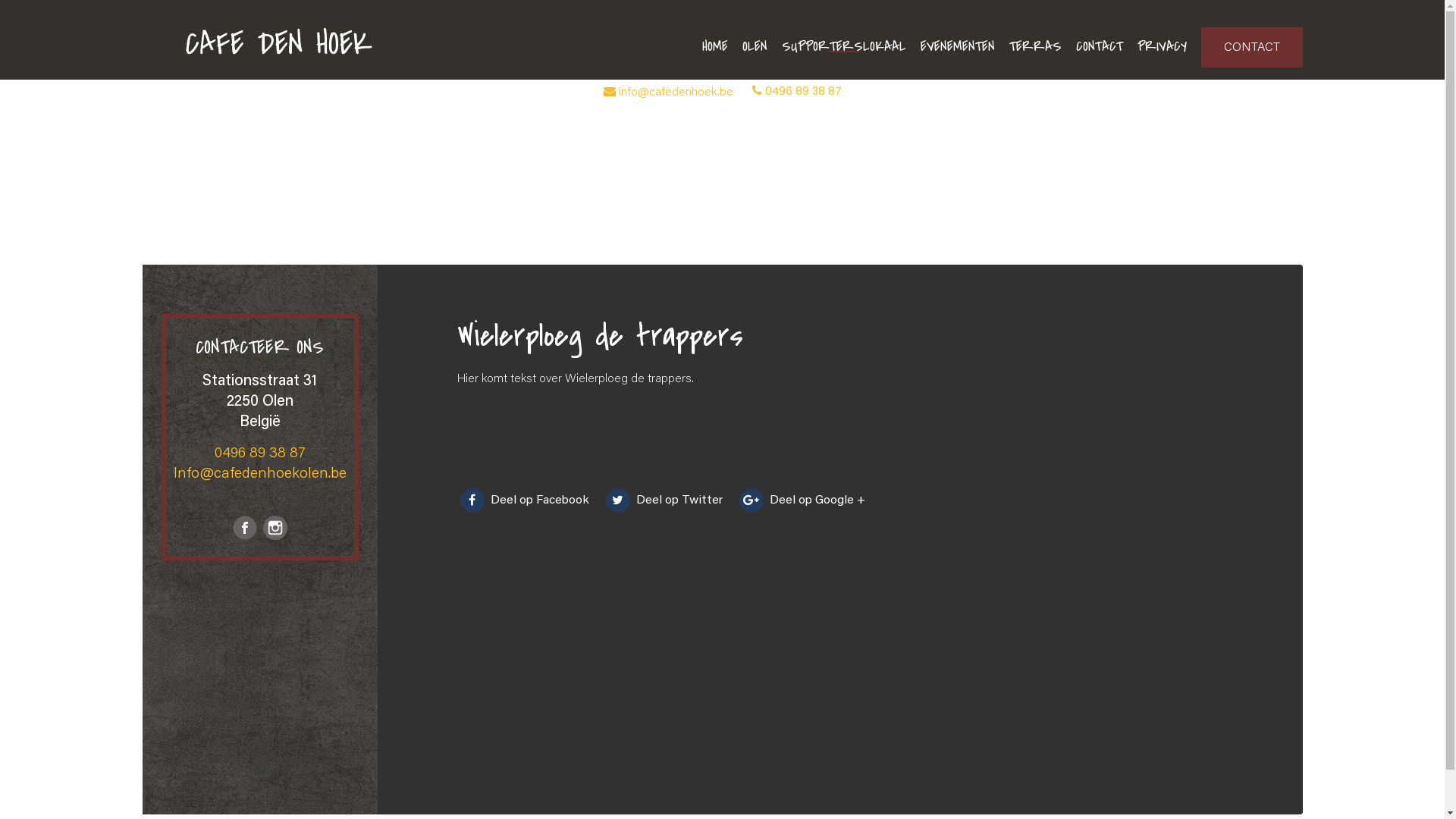  Describe the element at coordinates (1034, 45) in the screenshot. I see `'TERRAS'` at that location.